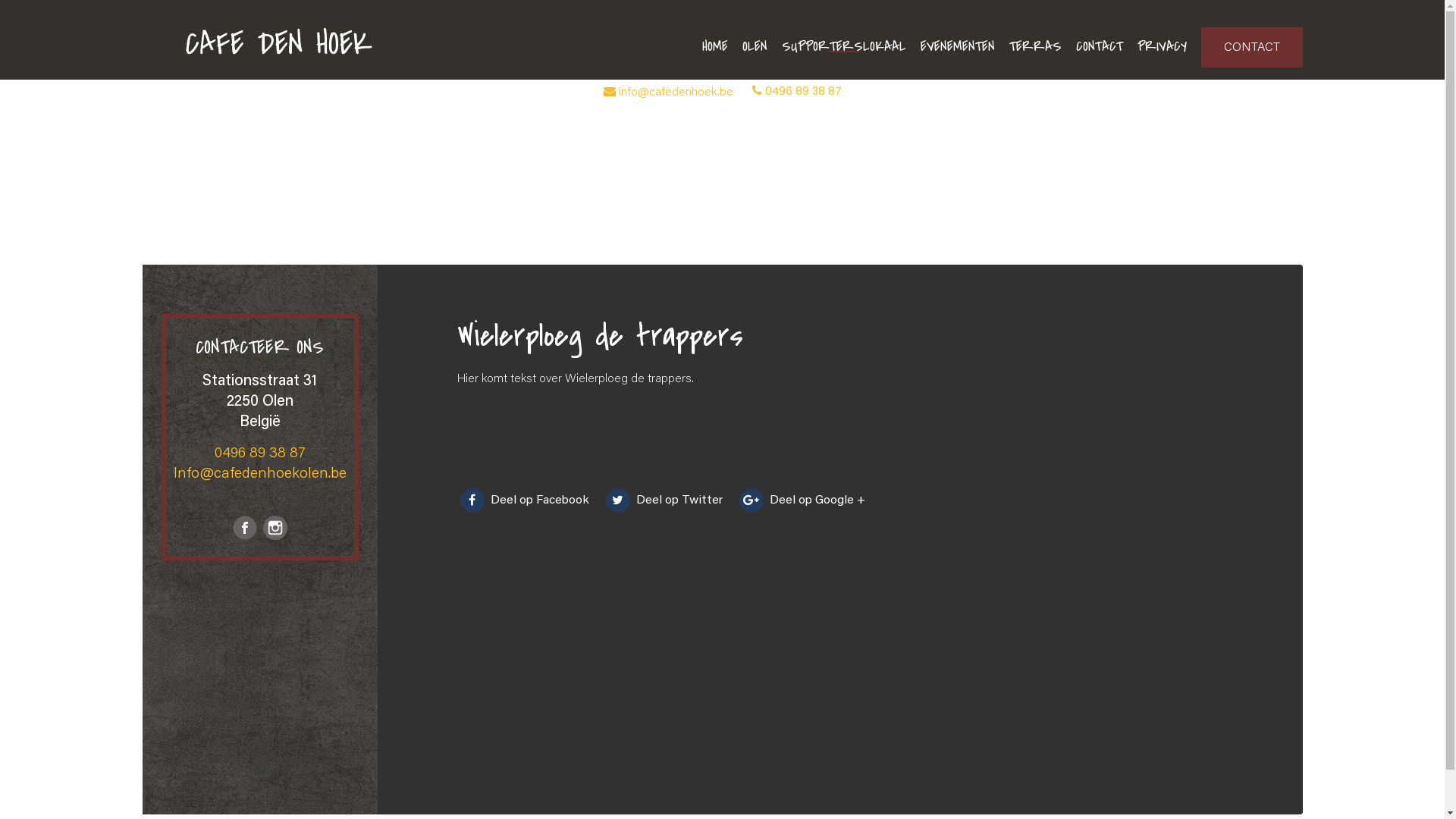  Describe the element at coordinates (1034, 45) in the screenshot. I see `'TERRAS'` at that location.